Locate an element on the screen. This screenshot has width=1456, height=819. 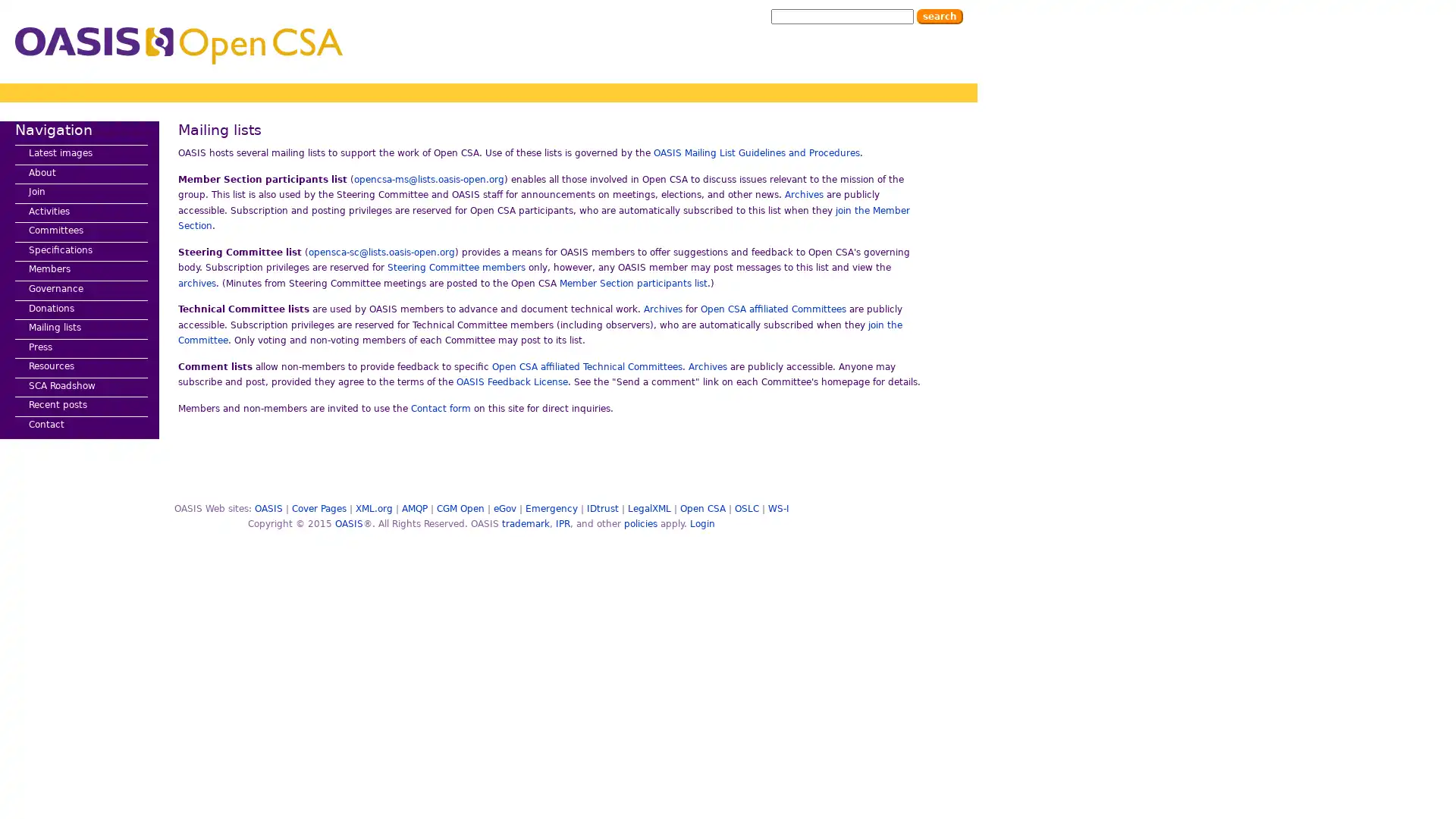
Search is located at coordinates (939, 17).